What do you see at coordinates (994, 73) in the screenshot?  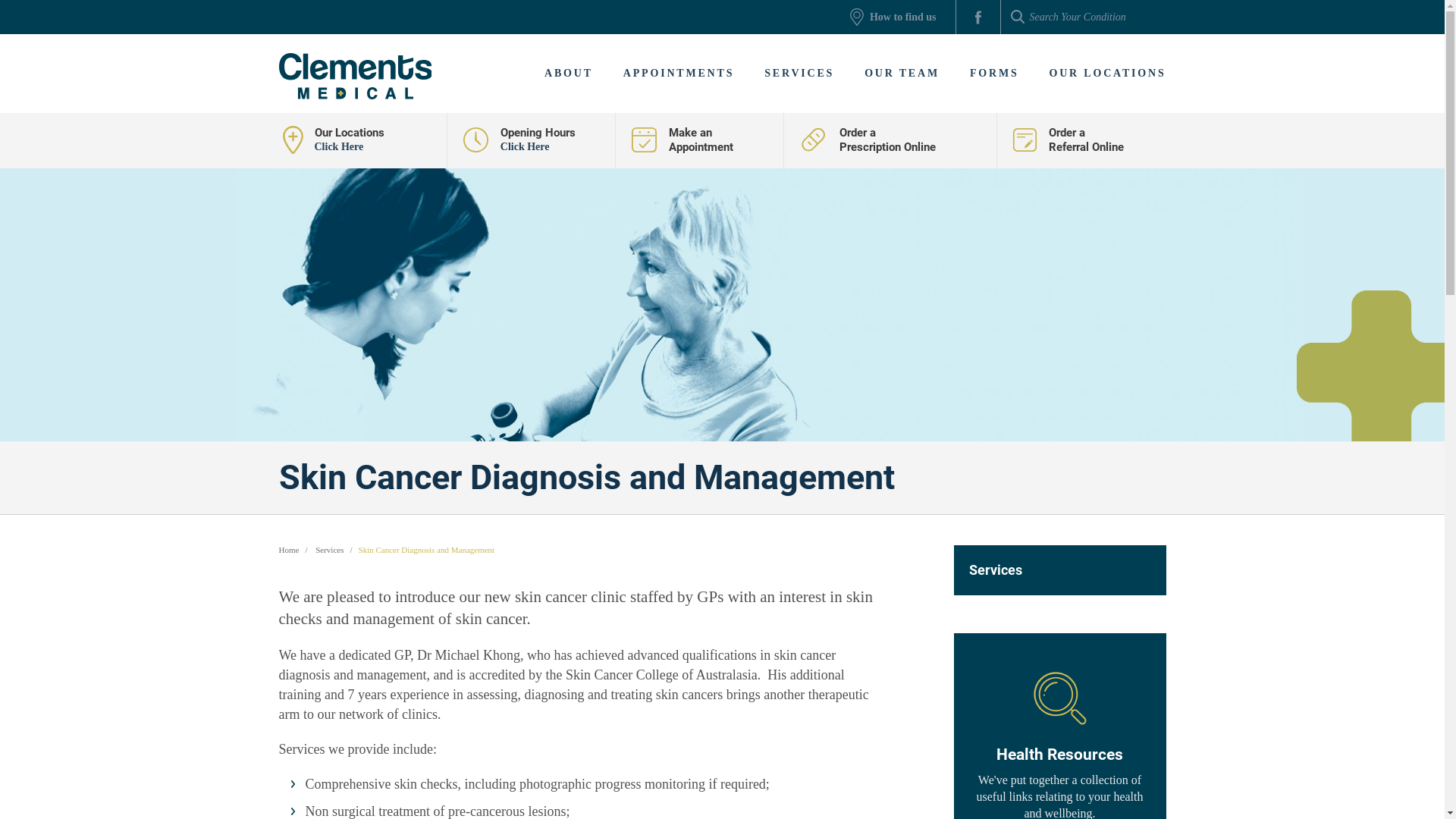 I see `'FORMS'` at bounding box center [994, 73].